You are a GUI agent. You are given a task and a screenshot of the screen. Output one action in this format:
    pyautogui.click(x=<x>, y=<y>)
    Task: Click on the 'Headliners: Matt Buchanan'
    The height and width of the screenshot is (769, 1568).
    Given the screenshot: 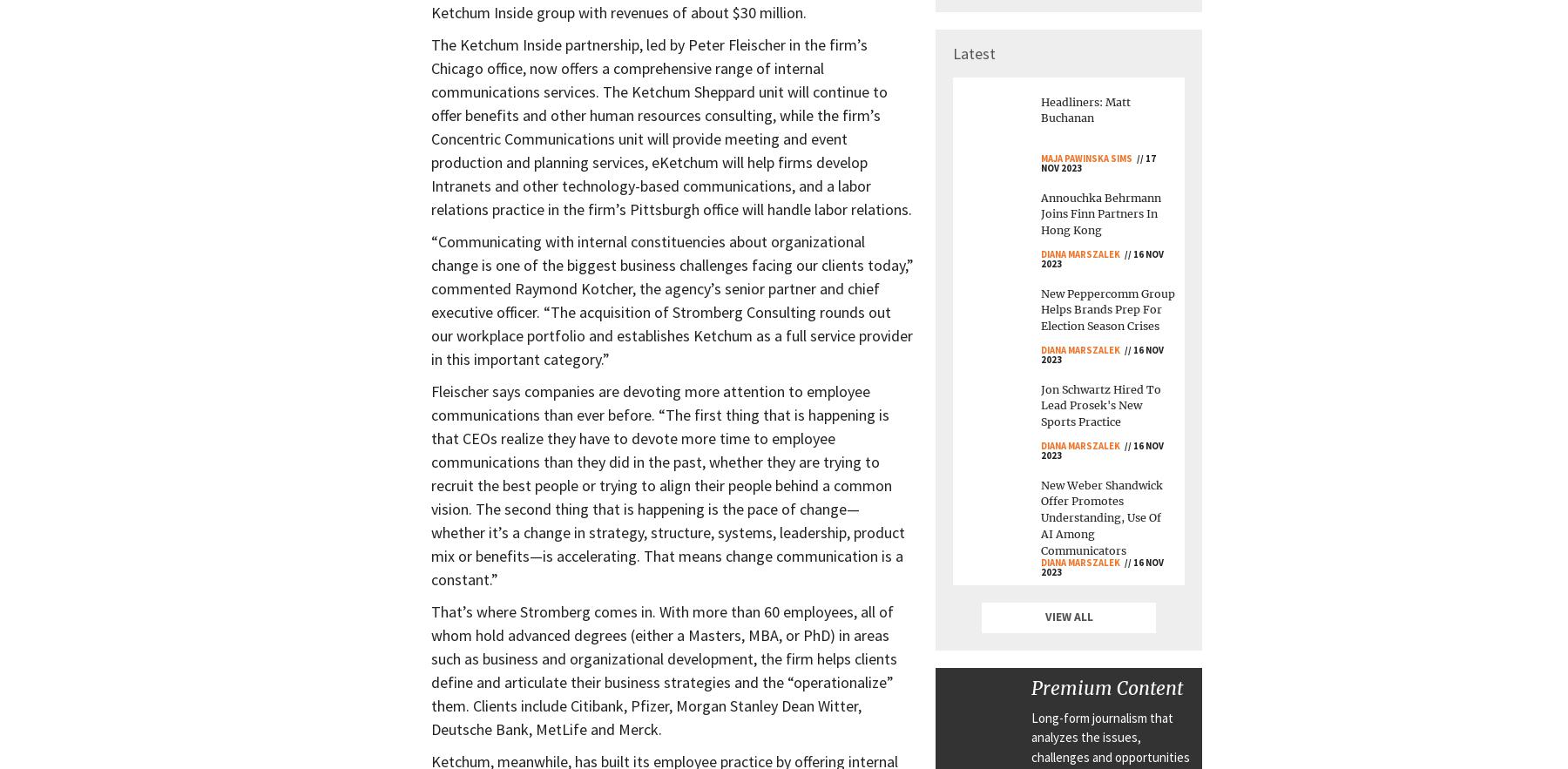 What is the action you would take?
    pyautogui.click(x=1085, y=109)
    